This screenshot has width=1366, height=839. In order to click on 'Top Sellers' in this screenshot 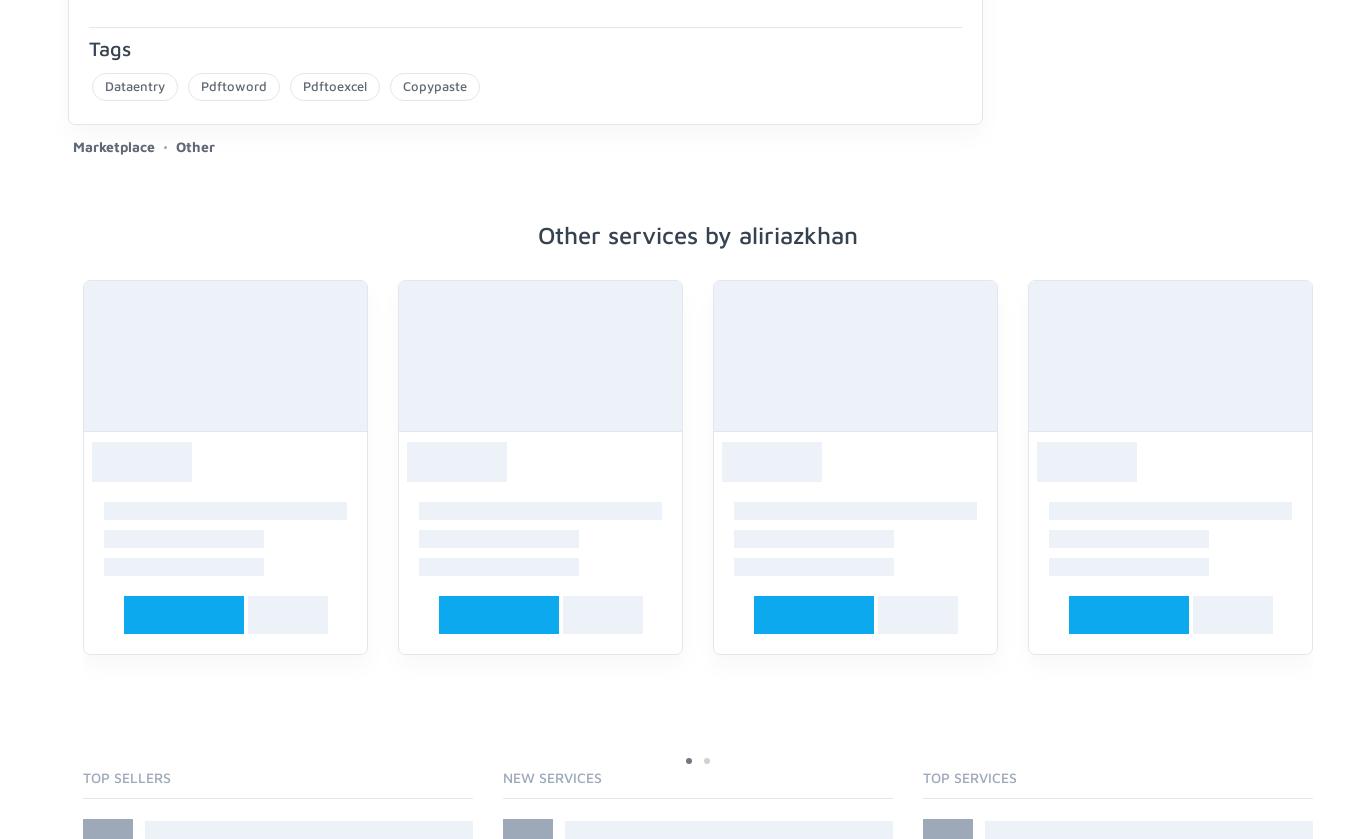, I will do `click(126, 775)`.